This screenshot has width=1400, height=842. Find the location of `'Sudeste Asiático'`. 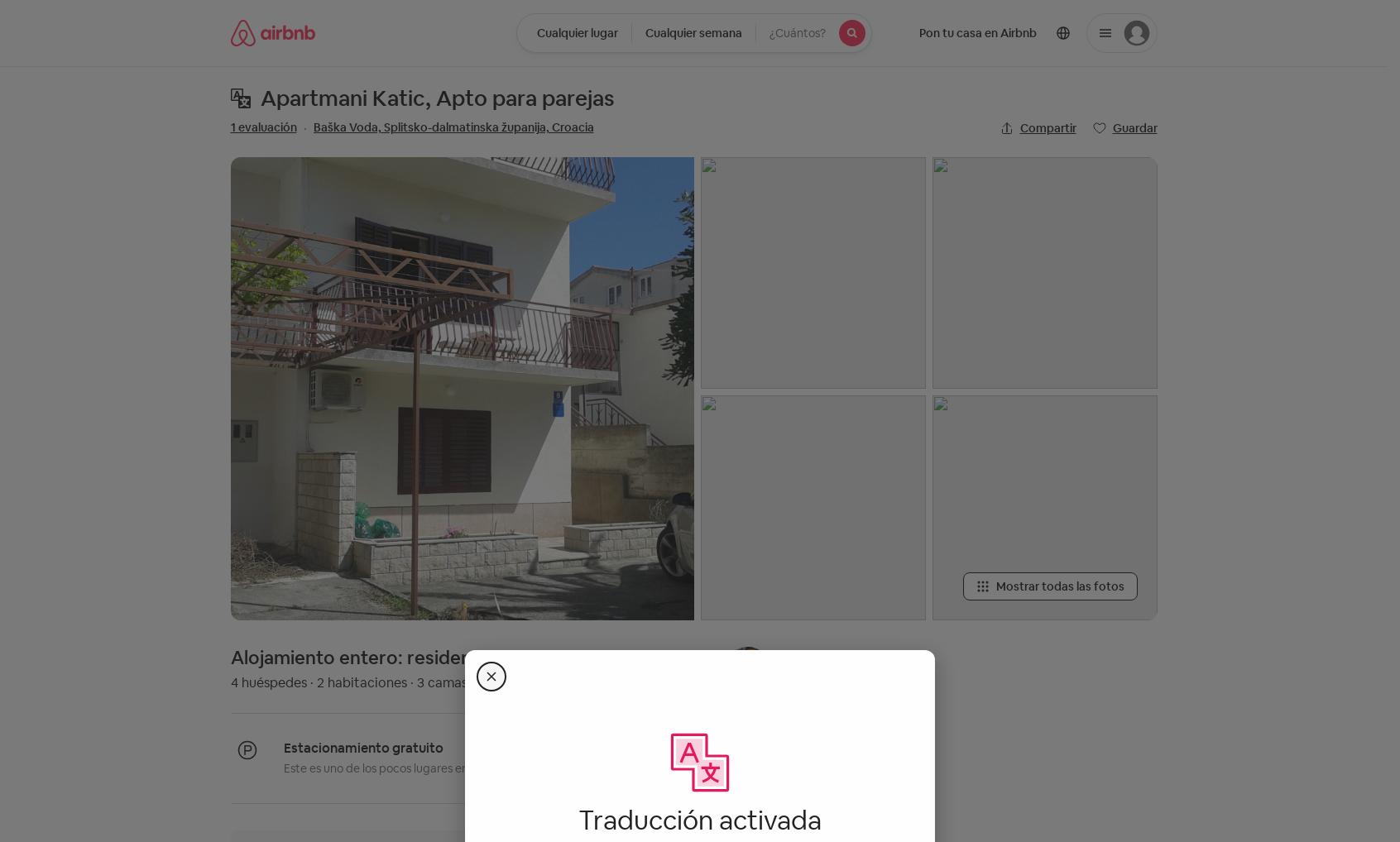

'Sudeste Asiático' is located at coordinates (628, 202).